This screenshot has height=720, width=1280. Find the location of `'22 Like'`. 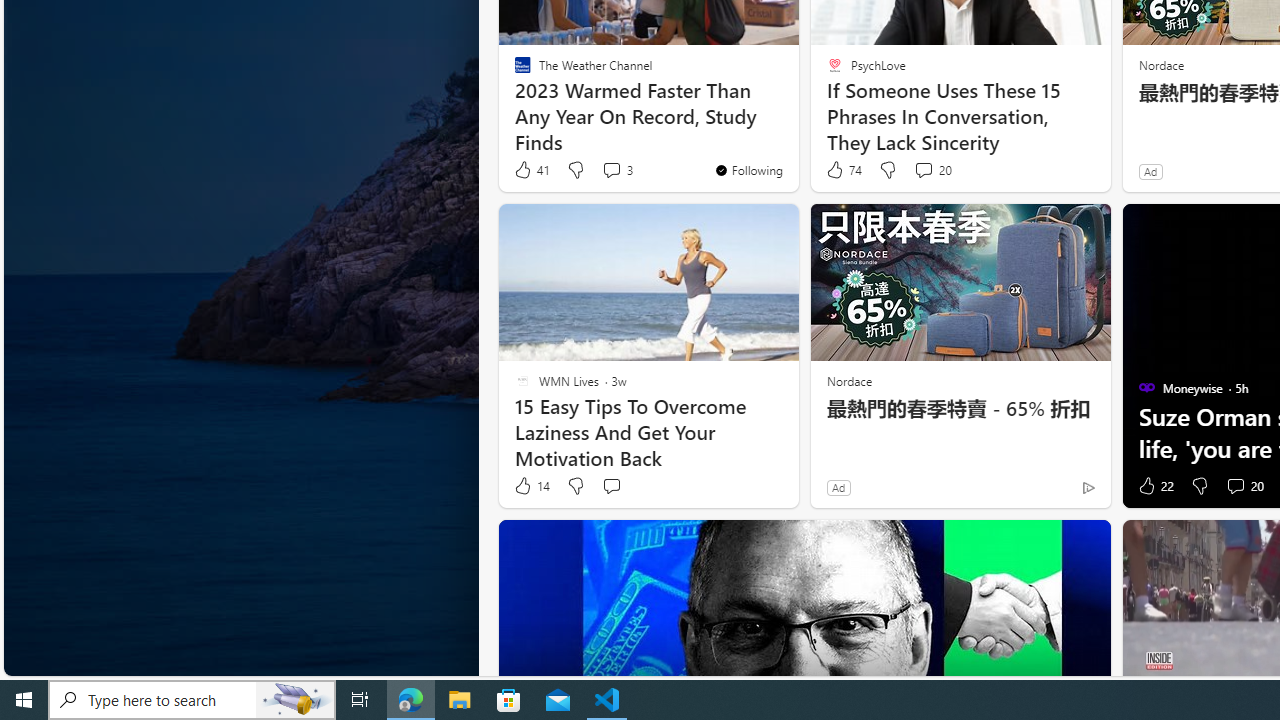

'22 Like' is located at coordinates (1154, 486).